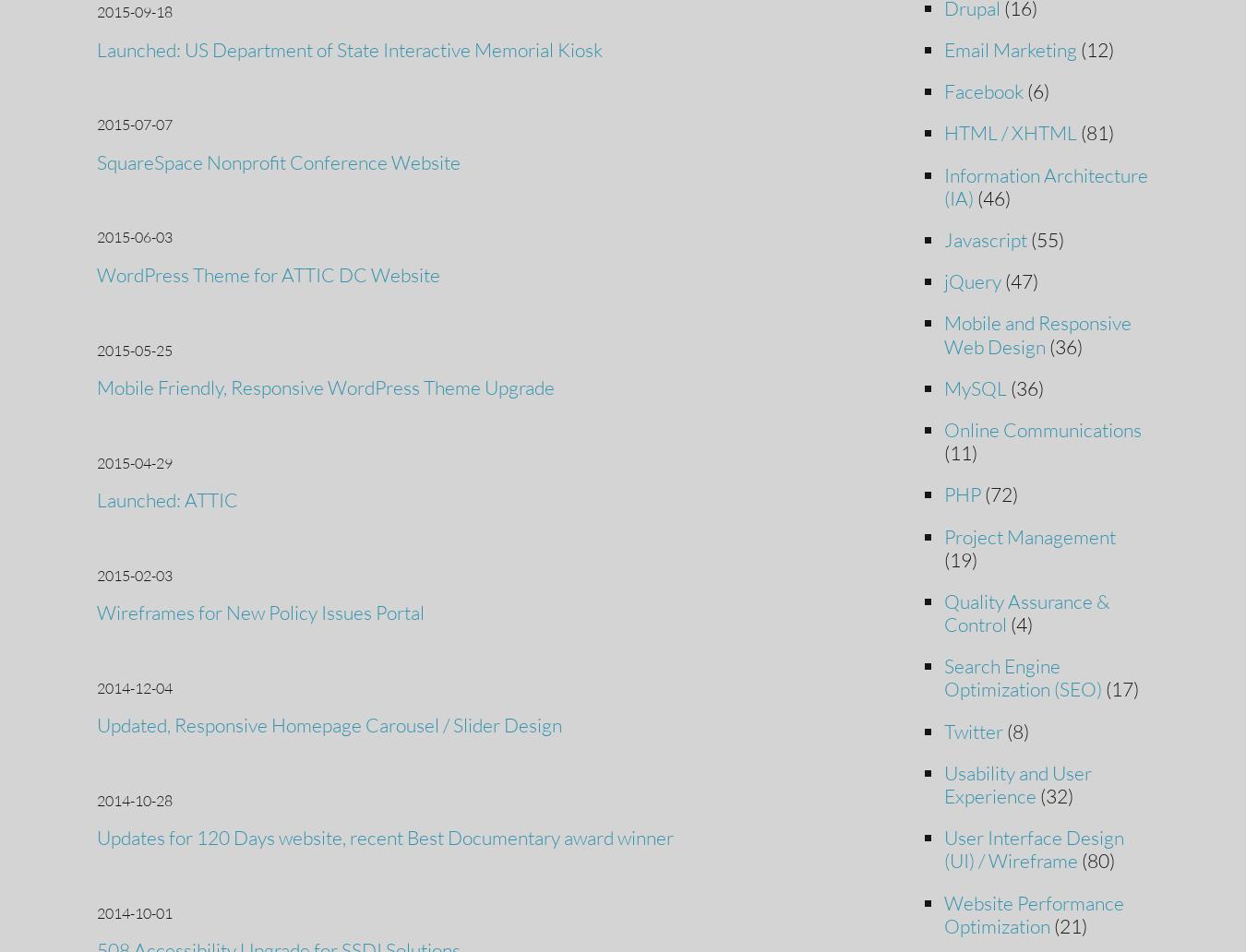  I want to click on 'Javascript', so click(985, 239).